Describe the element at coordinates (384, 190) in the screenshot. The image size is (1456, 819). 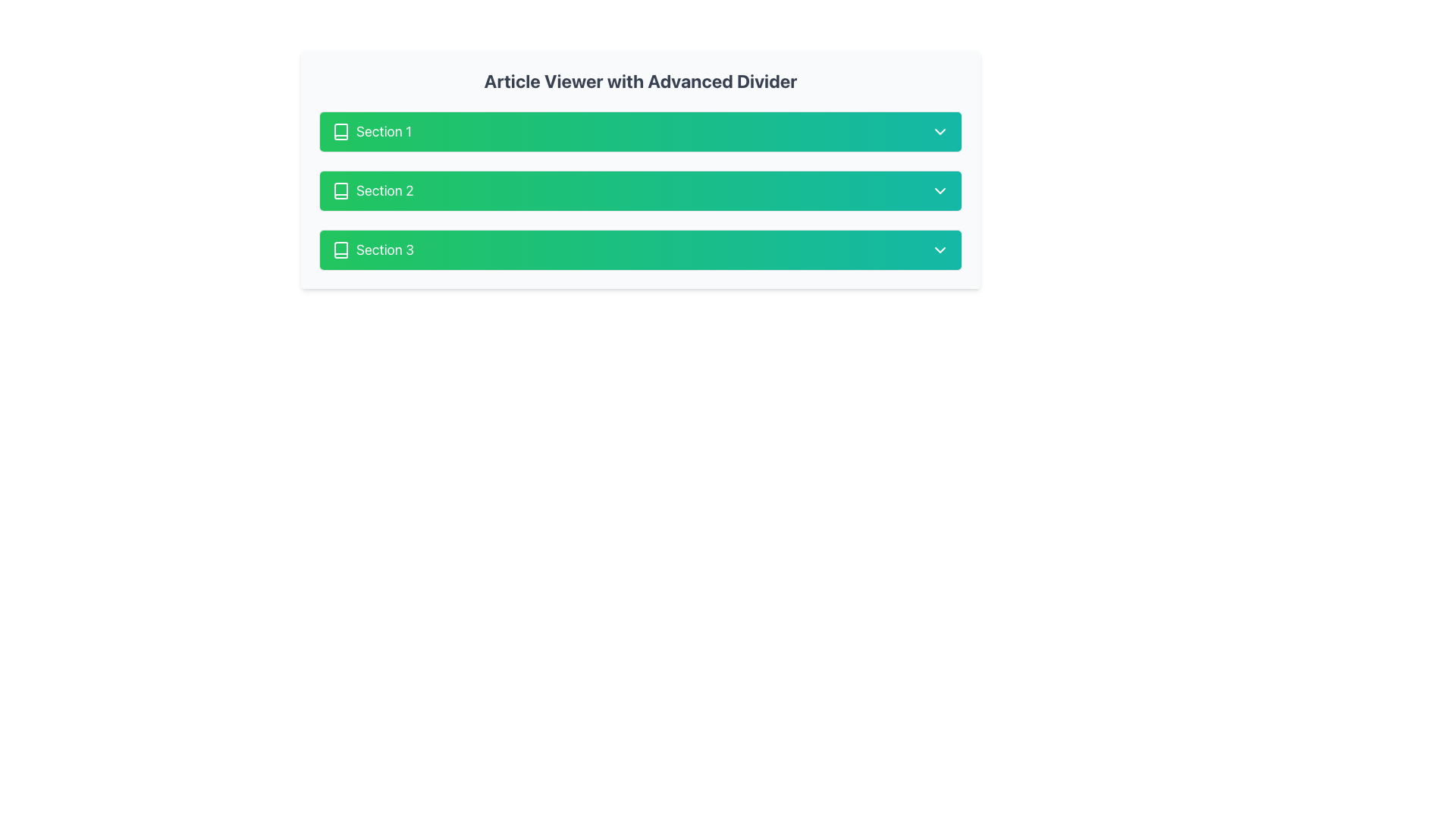
I see `the text label for the second section of content, which is located to the right of a book icon in a vertically stacked list beneath the 'Article Viewer with Advanced Divider' header` at that location.